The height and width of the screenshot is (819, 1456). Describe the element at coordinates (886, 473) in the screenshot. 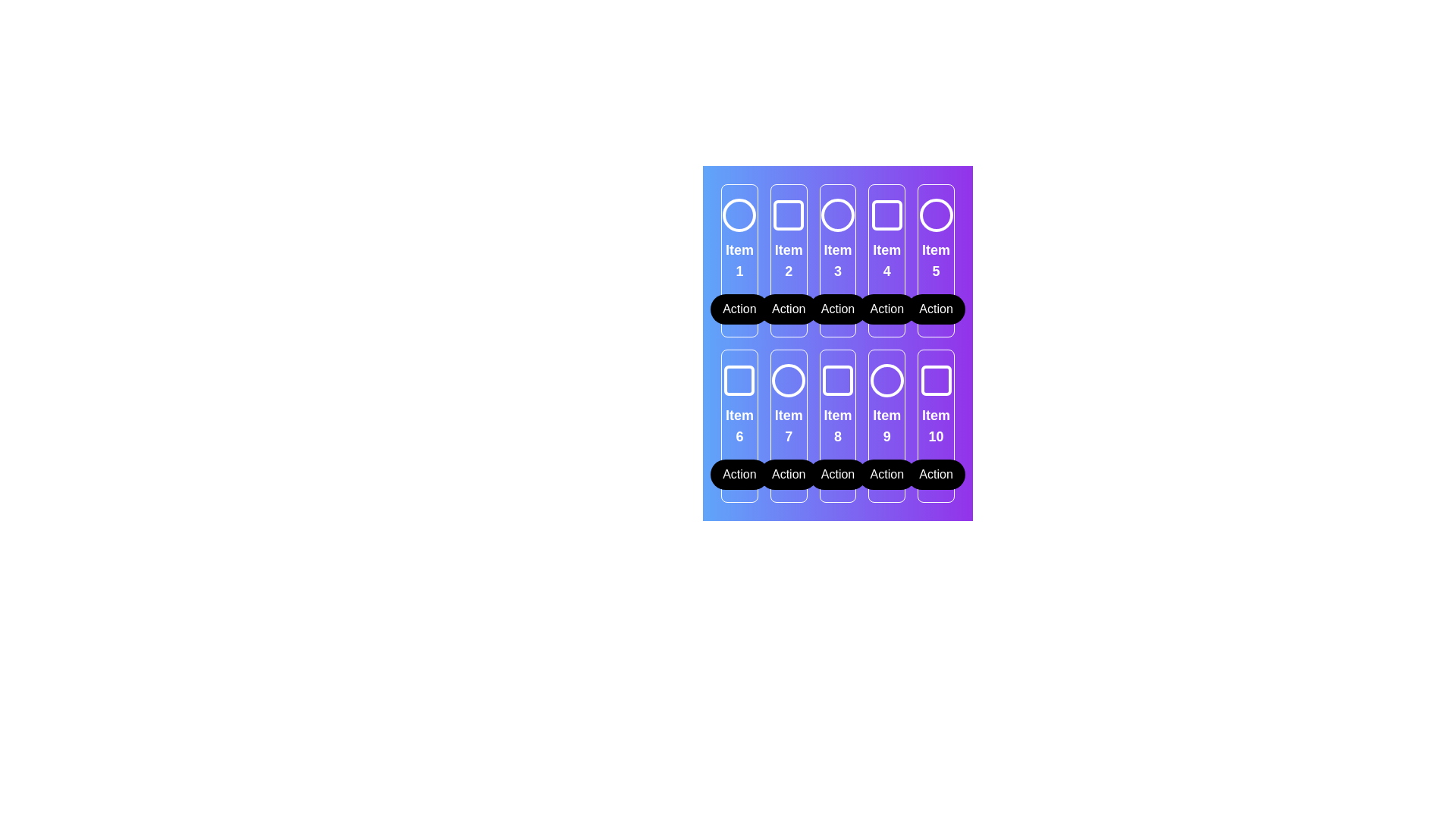

I see `the button labeled 'Action' which is the fourth button in a row at the bottom of the grid layout` at that location.